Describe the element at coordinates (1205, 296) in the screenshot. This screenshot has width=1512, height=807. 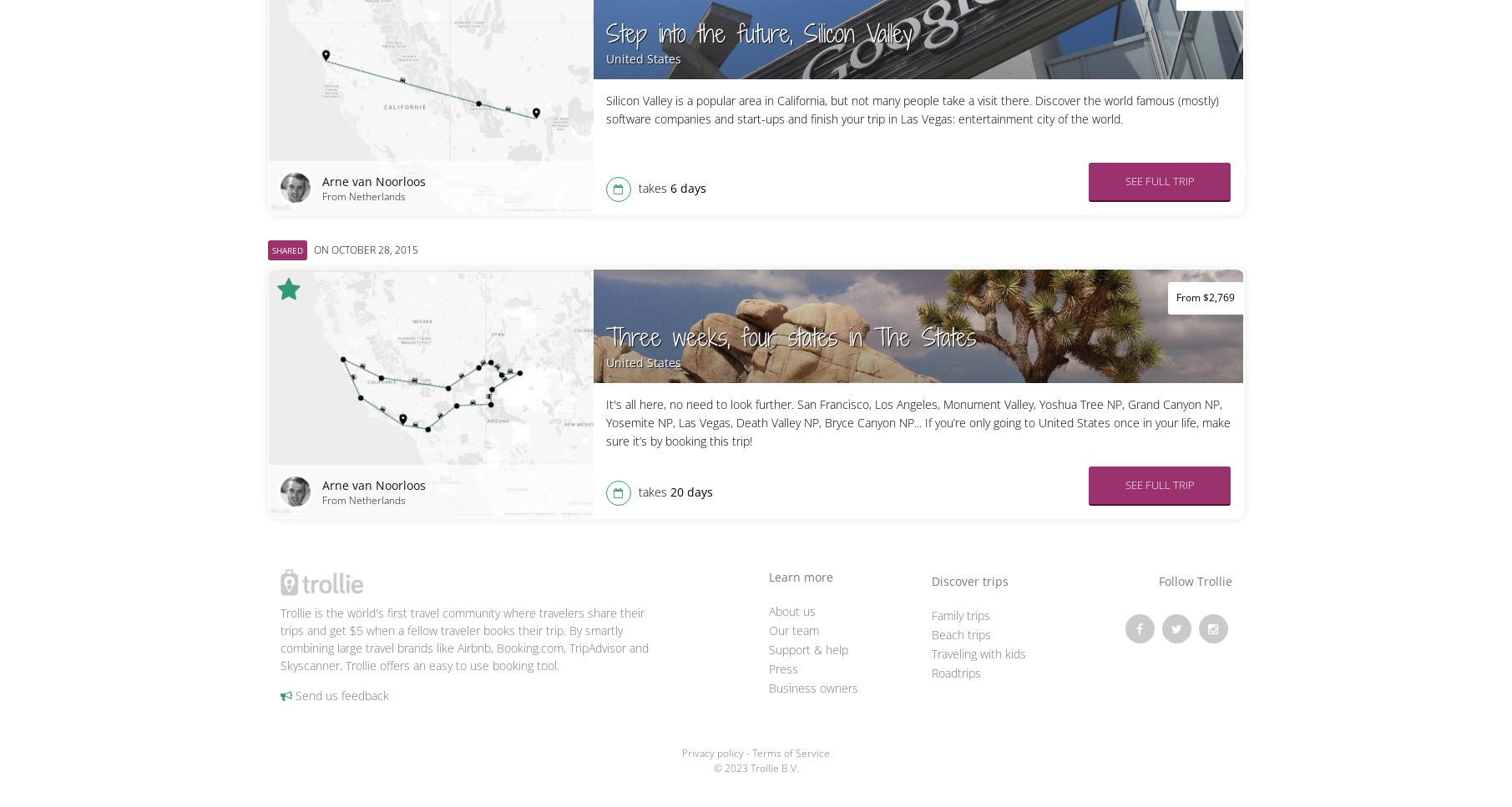
I see `'From $2,769'` at that location.